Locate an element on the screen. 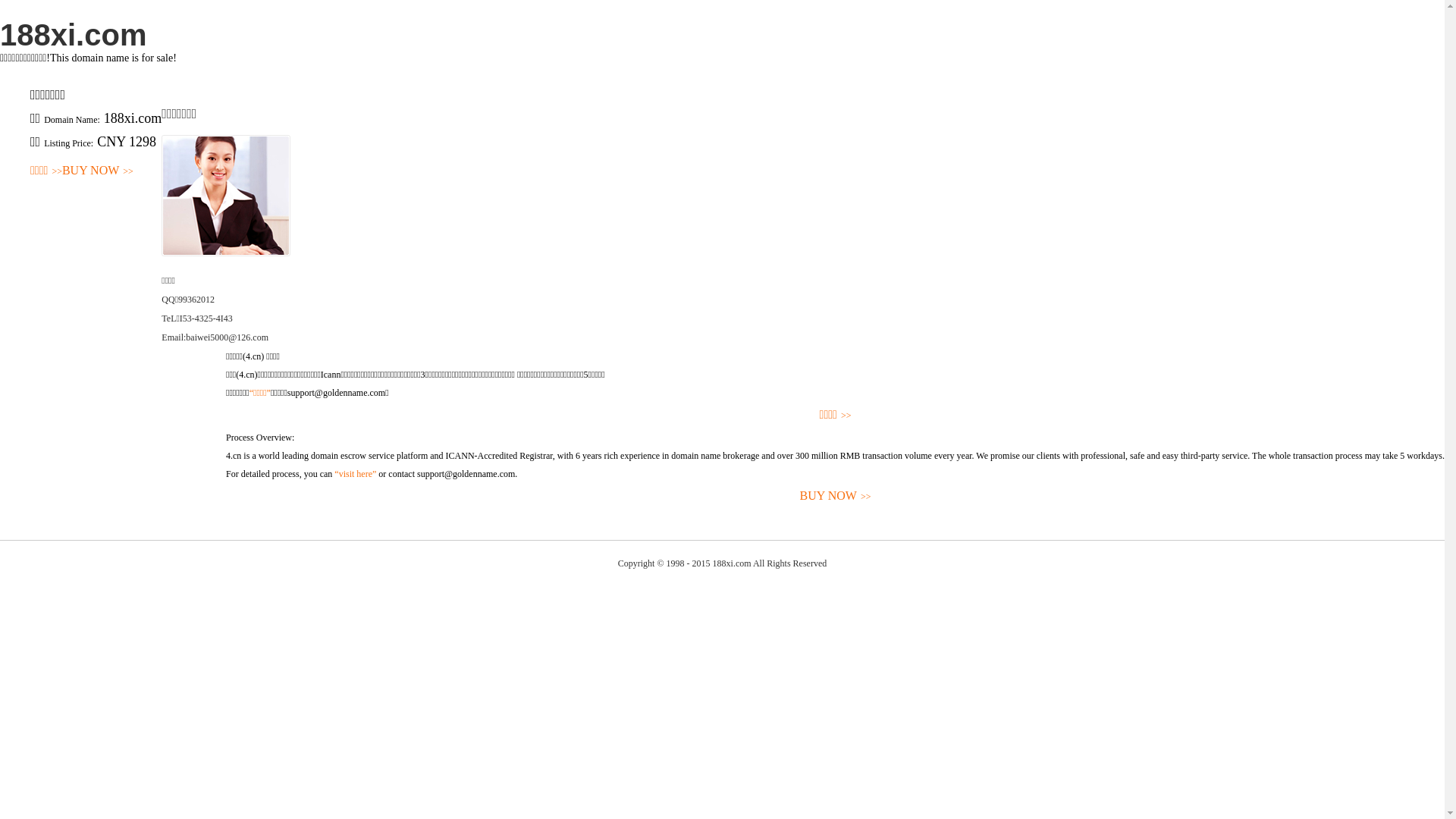 This screenshot has width=1456, height=819. 'BUY NOW>>' is located at coordinates (834, 496).